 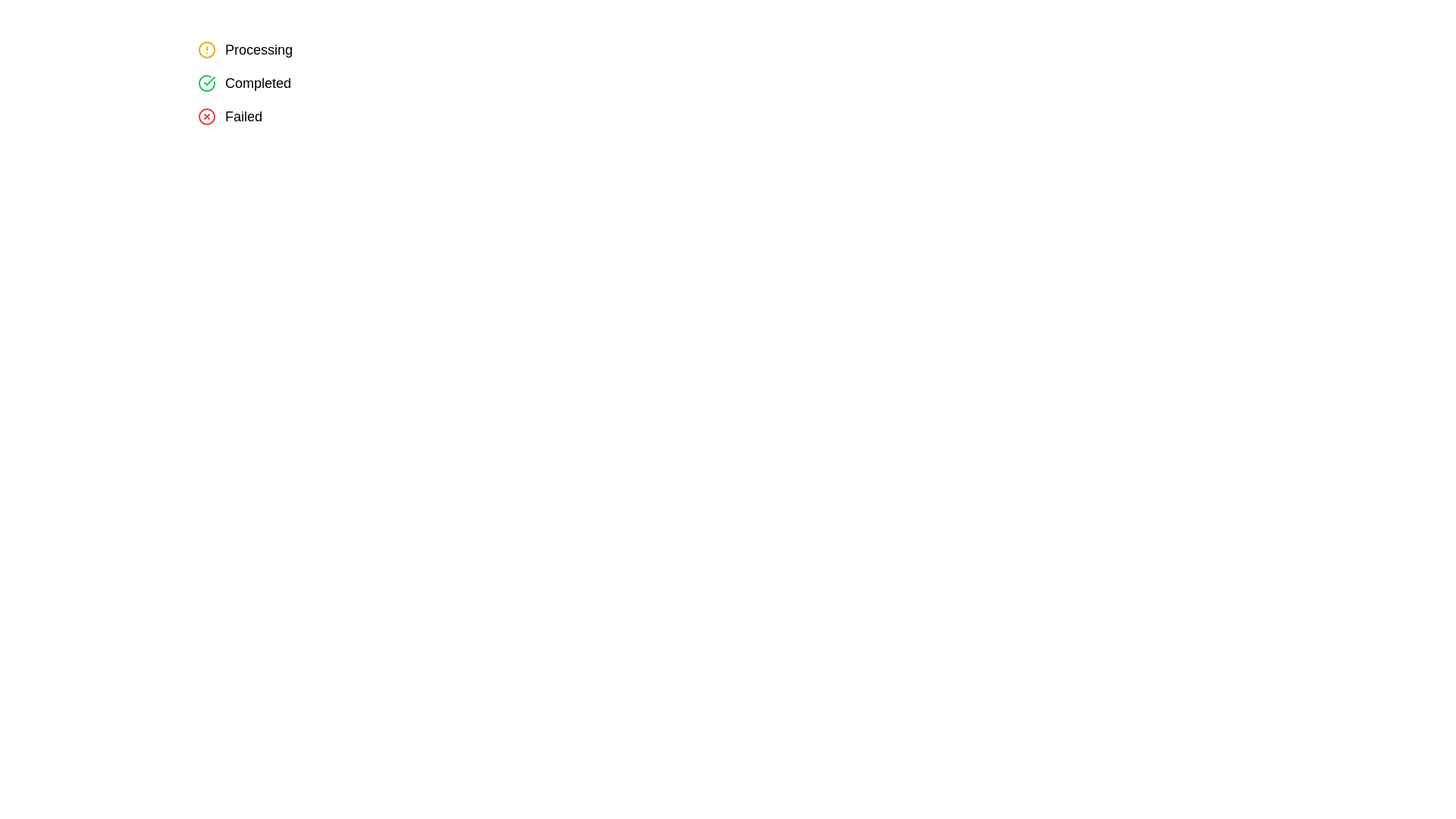 What do you see at coordinates (206, 49) in the screenshot?
I see `the outermost circular part of the alert icon located near the top-left corner of the interface` at bounding box center [206, 49].